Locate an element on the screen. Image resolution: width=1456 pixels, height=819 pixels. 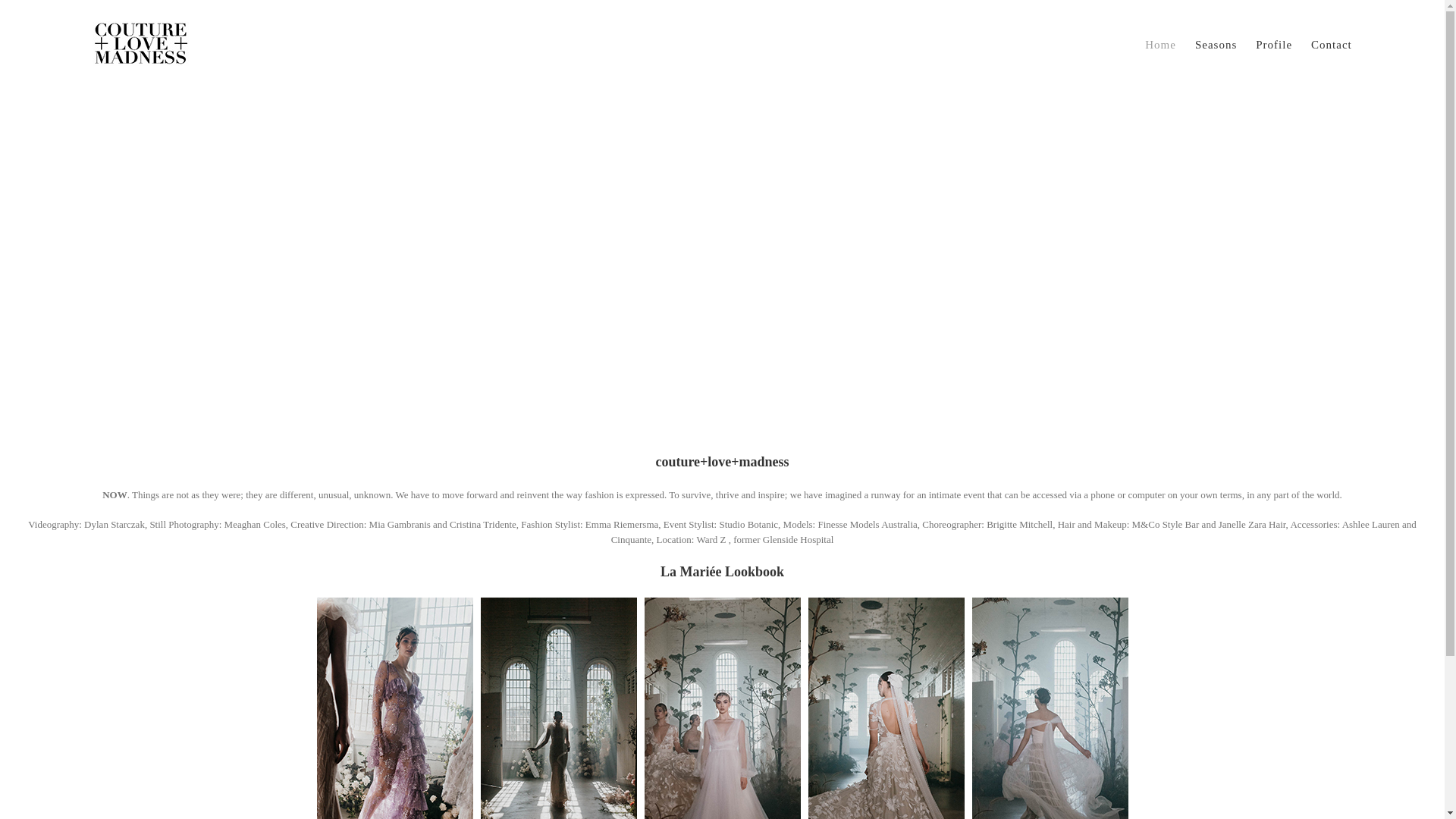
'Seasons' is located at coordinates (1194, 44).